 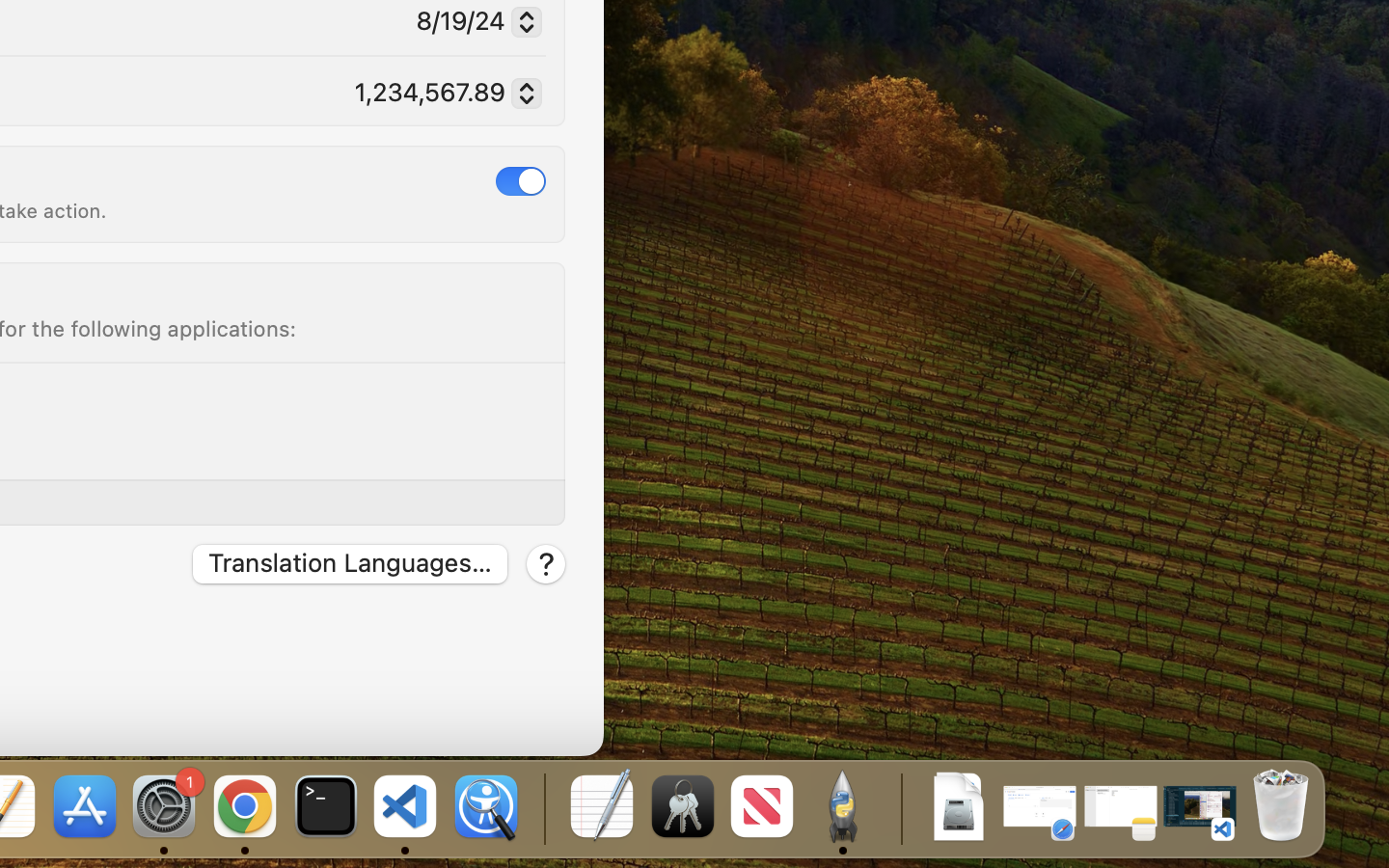 What do you see at coordinates (542, 807) in the screenshot?
I see `'0.4285714328289032'` at bounding box center [542, 807].